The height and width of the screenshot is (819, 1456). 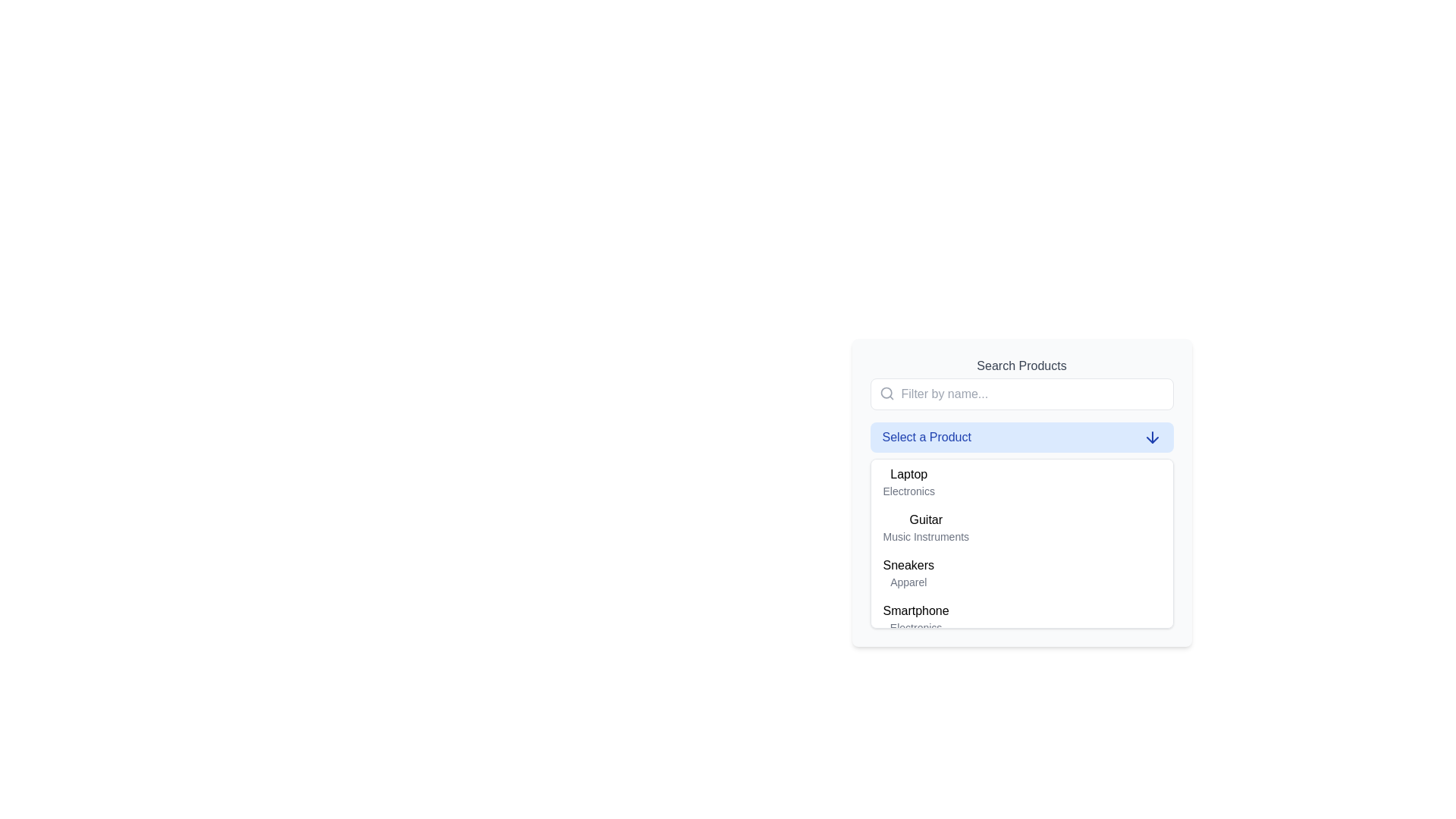 I want to click on the 'Search Products' text label, which is a medium-sized, bold, gray-colored label positioned above the search input box, so click(x=1021, y=366).